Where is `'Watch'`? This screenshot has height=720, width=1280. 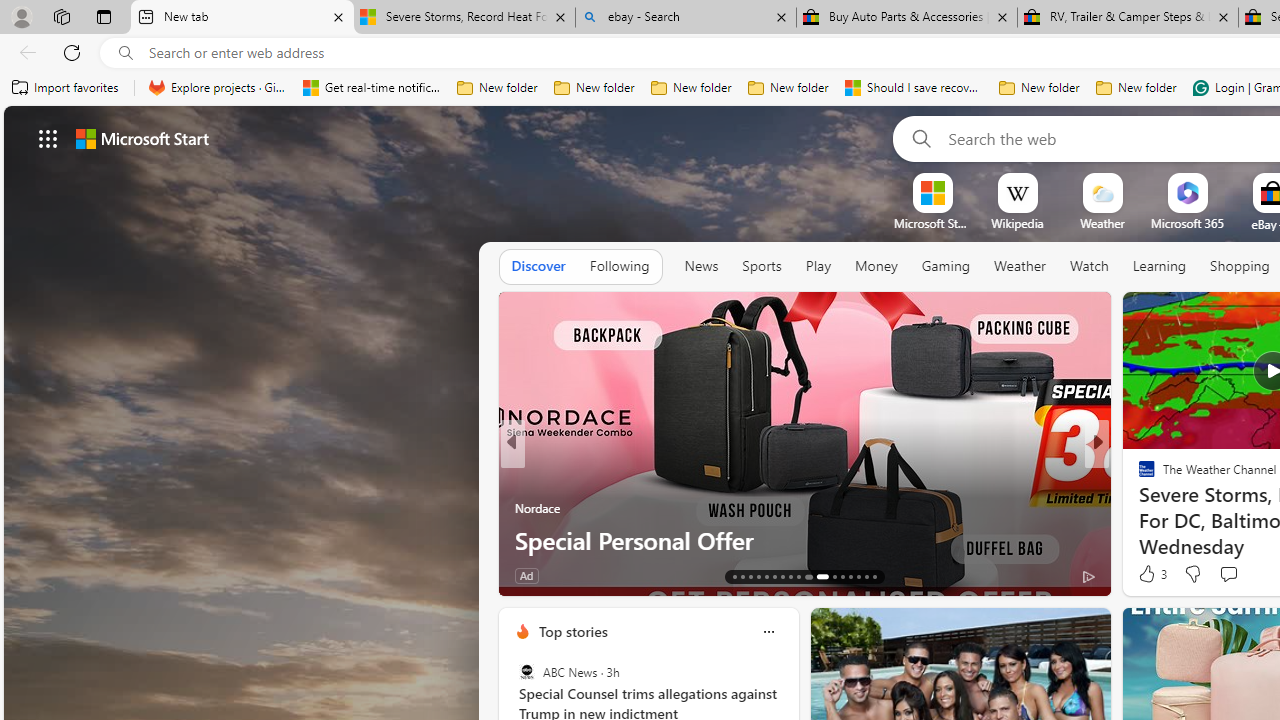
'Watch' is located at coordinates (1088, 265).